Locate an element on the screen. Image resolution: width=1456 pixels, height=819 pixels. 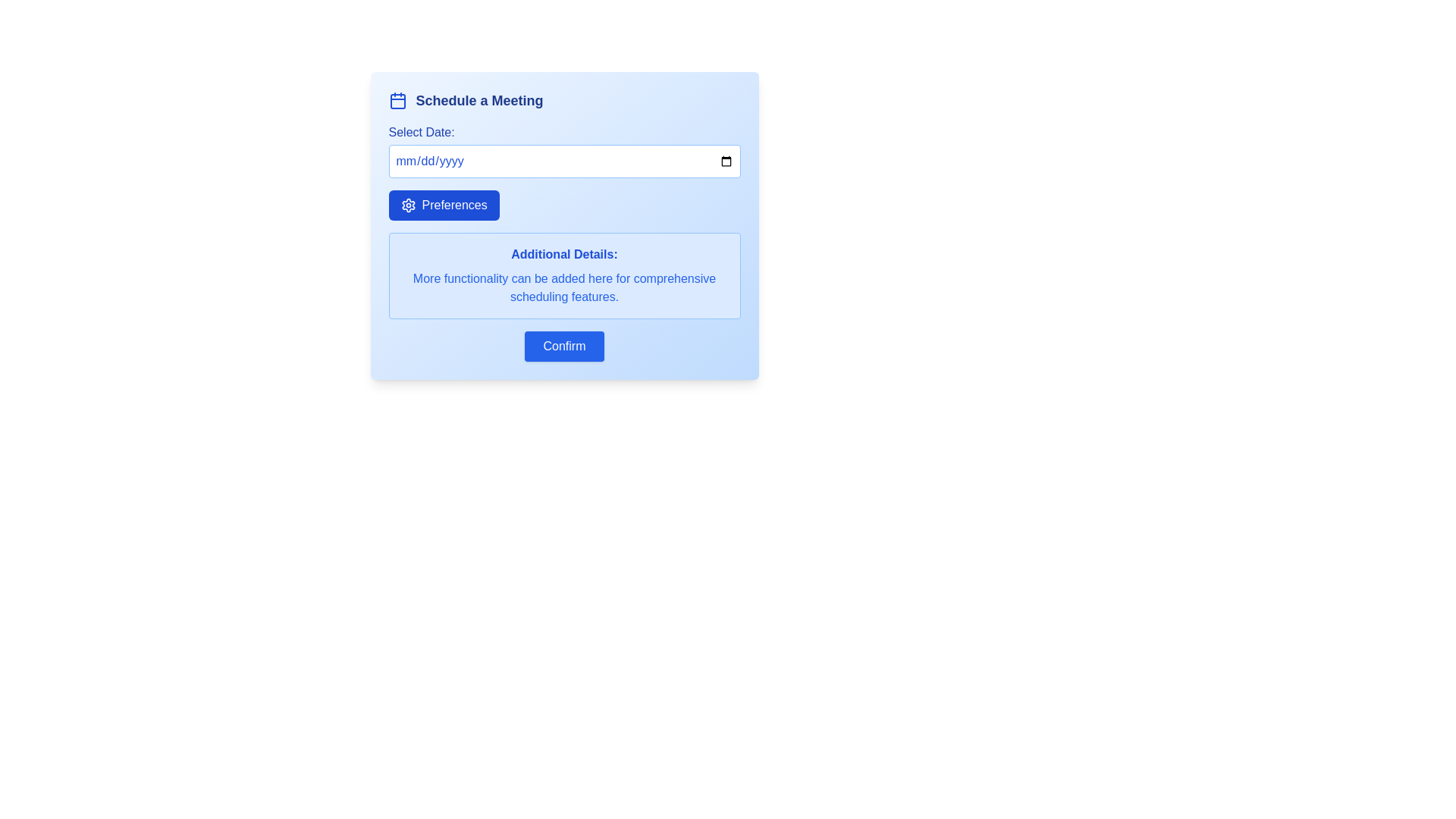
the 'Preferences' button icon is located at coordinates (408, 205).